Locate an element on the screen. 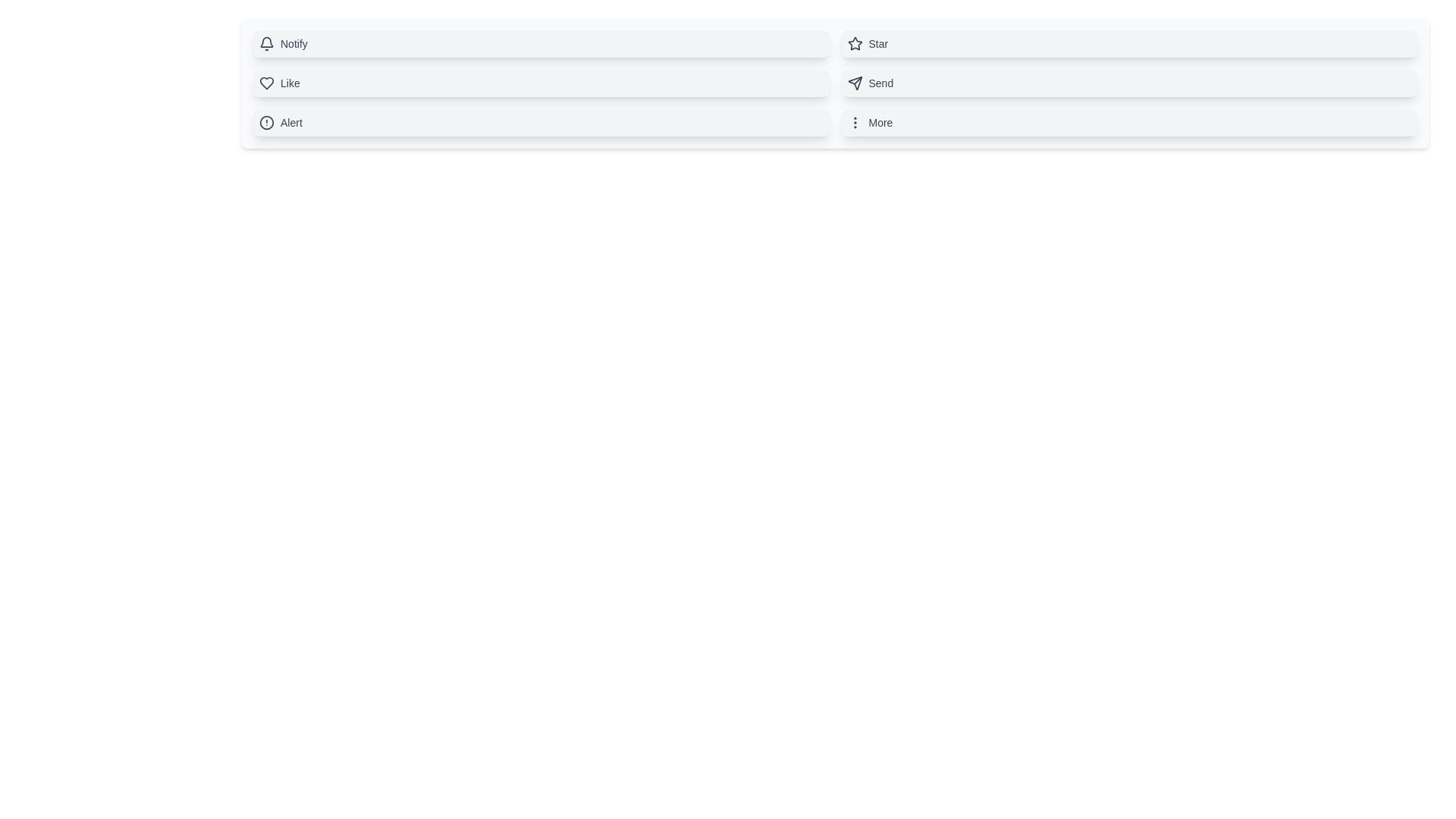  the 'Like' text label, which is styled in gray and positioned to the right of a heart icon within the 'Like' button is located at coordinates (290, 83).